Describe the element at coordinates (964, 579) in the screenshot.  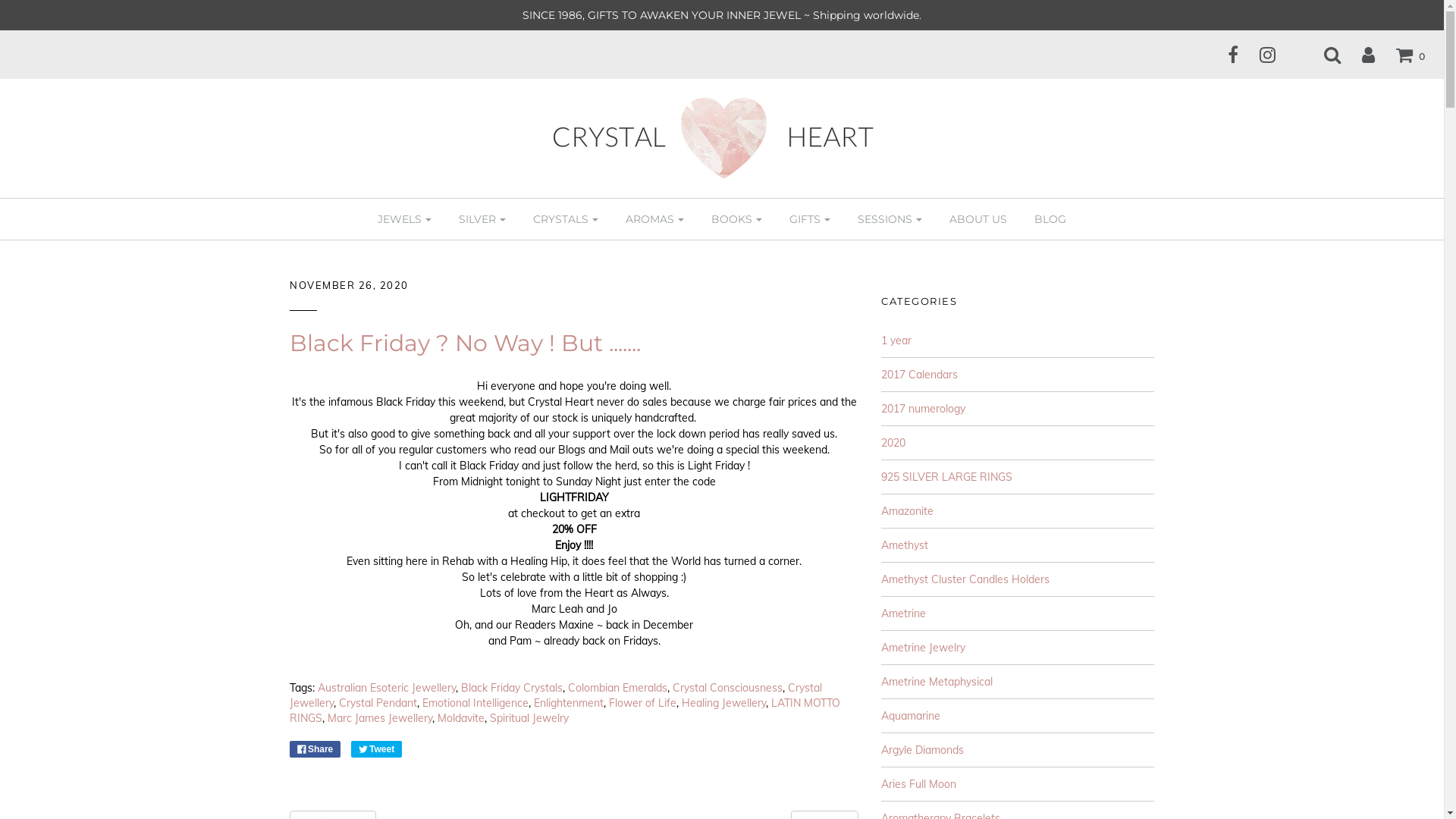
I see `'Amethyst Cluster Candles Holders'` at that location.